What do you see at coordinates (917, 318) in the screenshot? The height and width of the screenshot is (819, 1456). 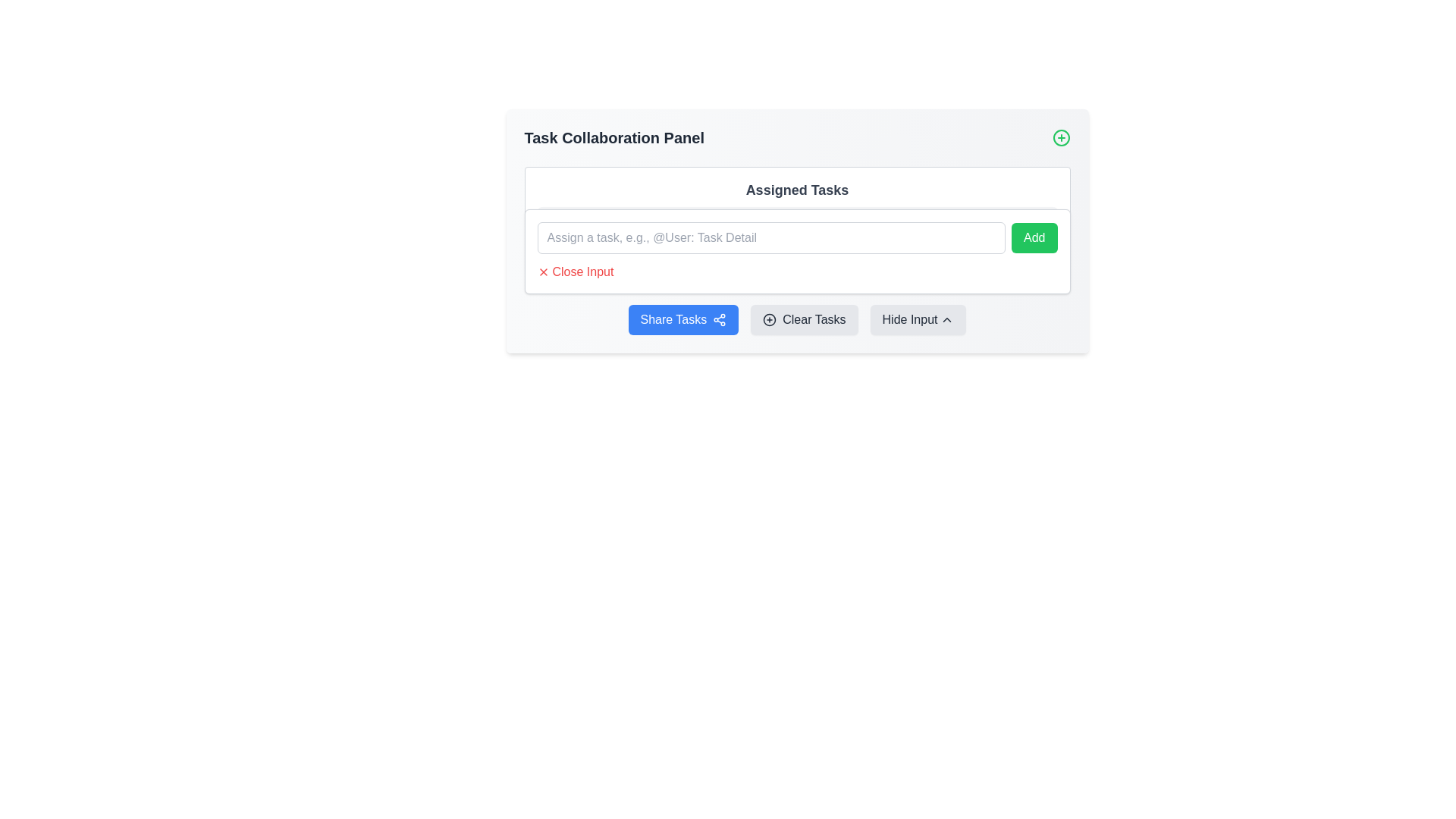 I see `the third button in the horizontal row to the right of the 'Clear Tasks' button` at bounding box center [917, 318].